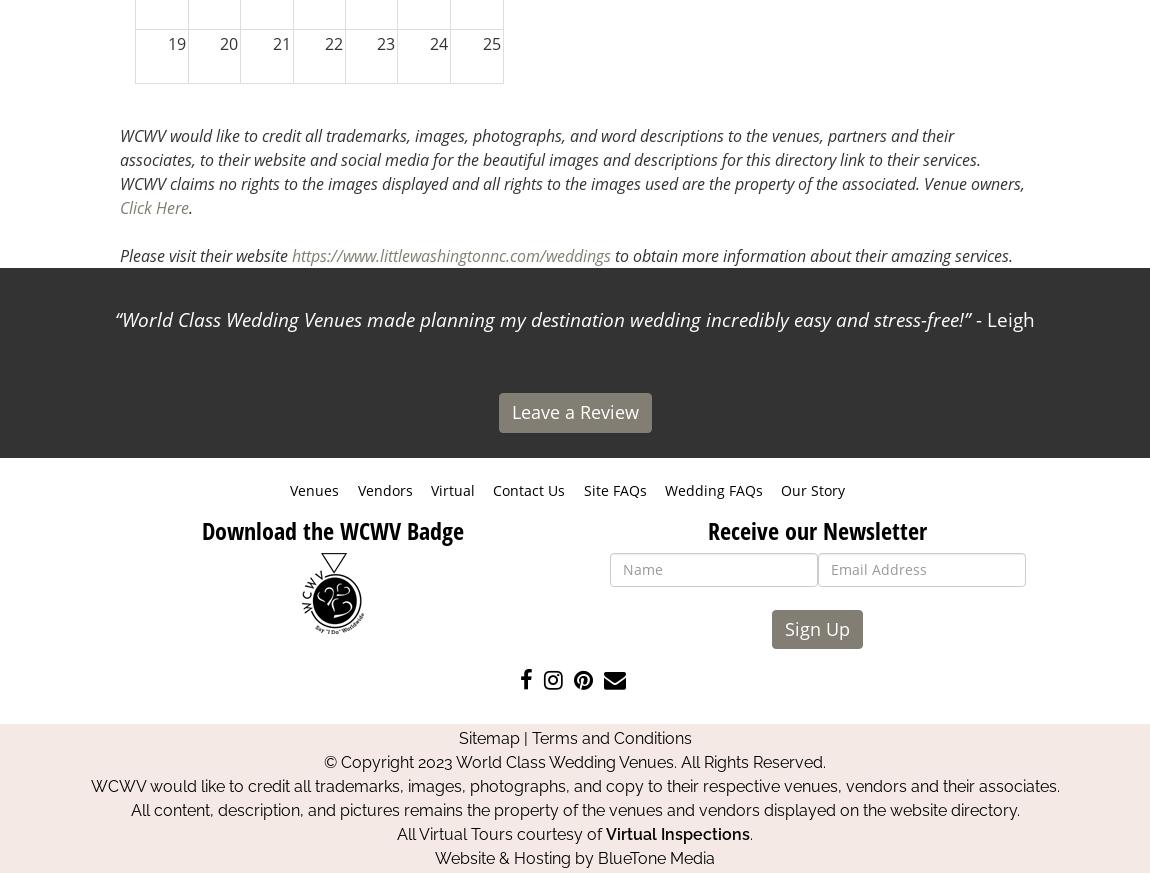 The width and height of the screenshot is (1150, 873). I want to click on 'BlueTone Media', so click(655, 858).